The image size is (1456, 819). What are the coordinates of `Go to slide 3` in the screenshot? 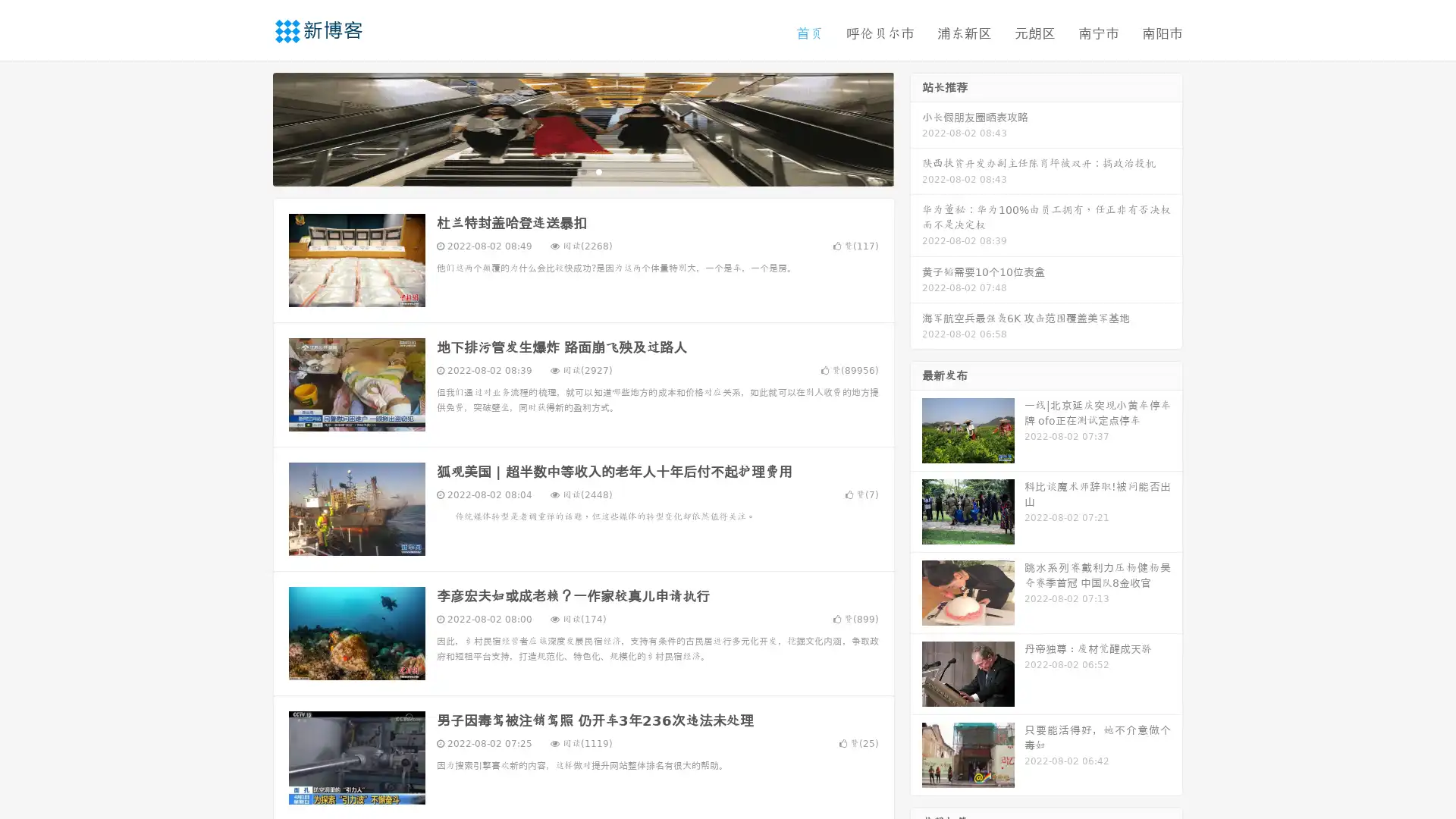 It's located at (598, 171).